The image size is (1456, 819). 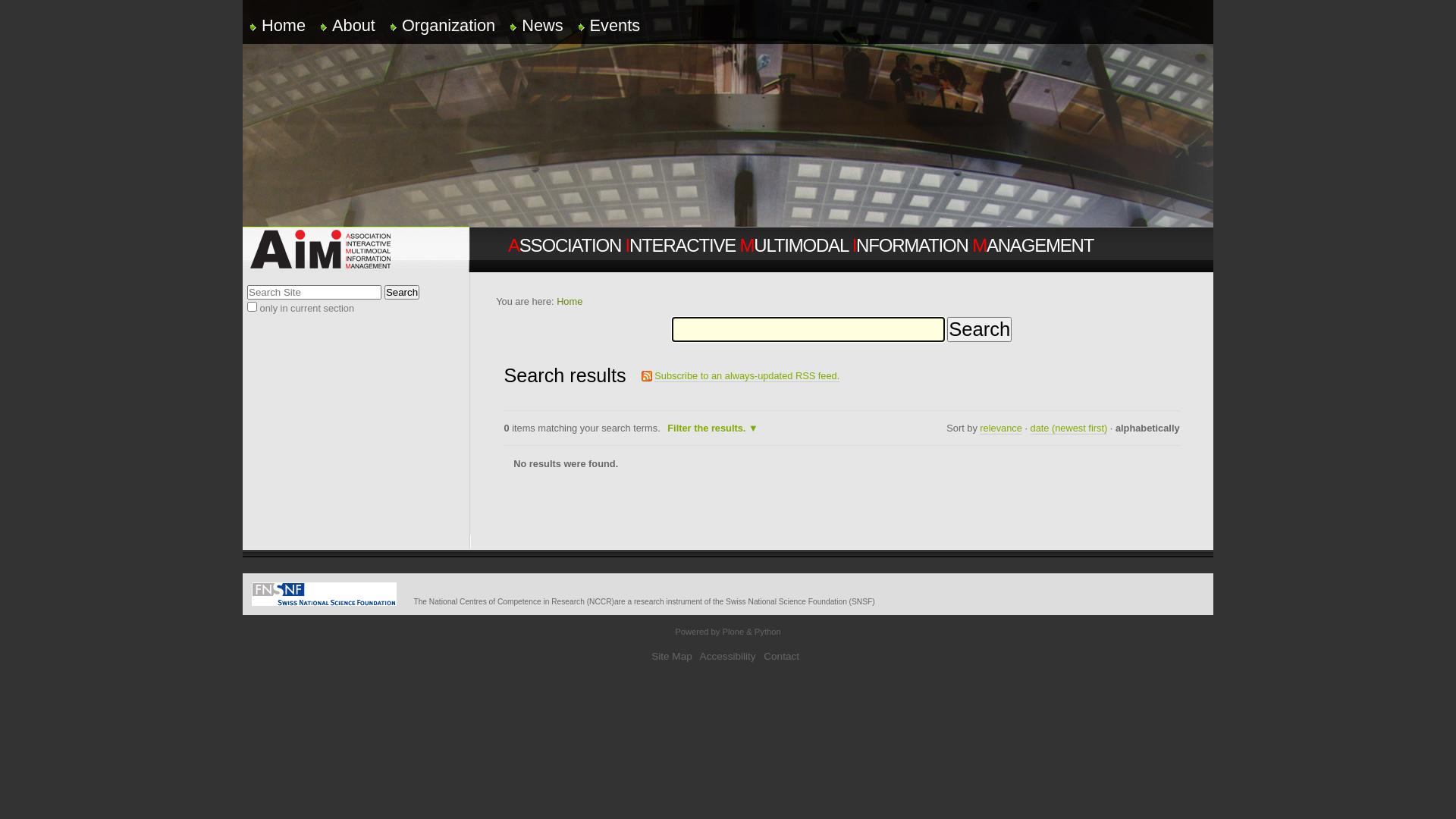 I want to click on 'Accessibility', so click(x=728, y=655).